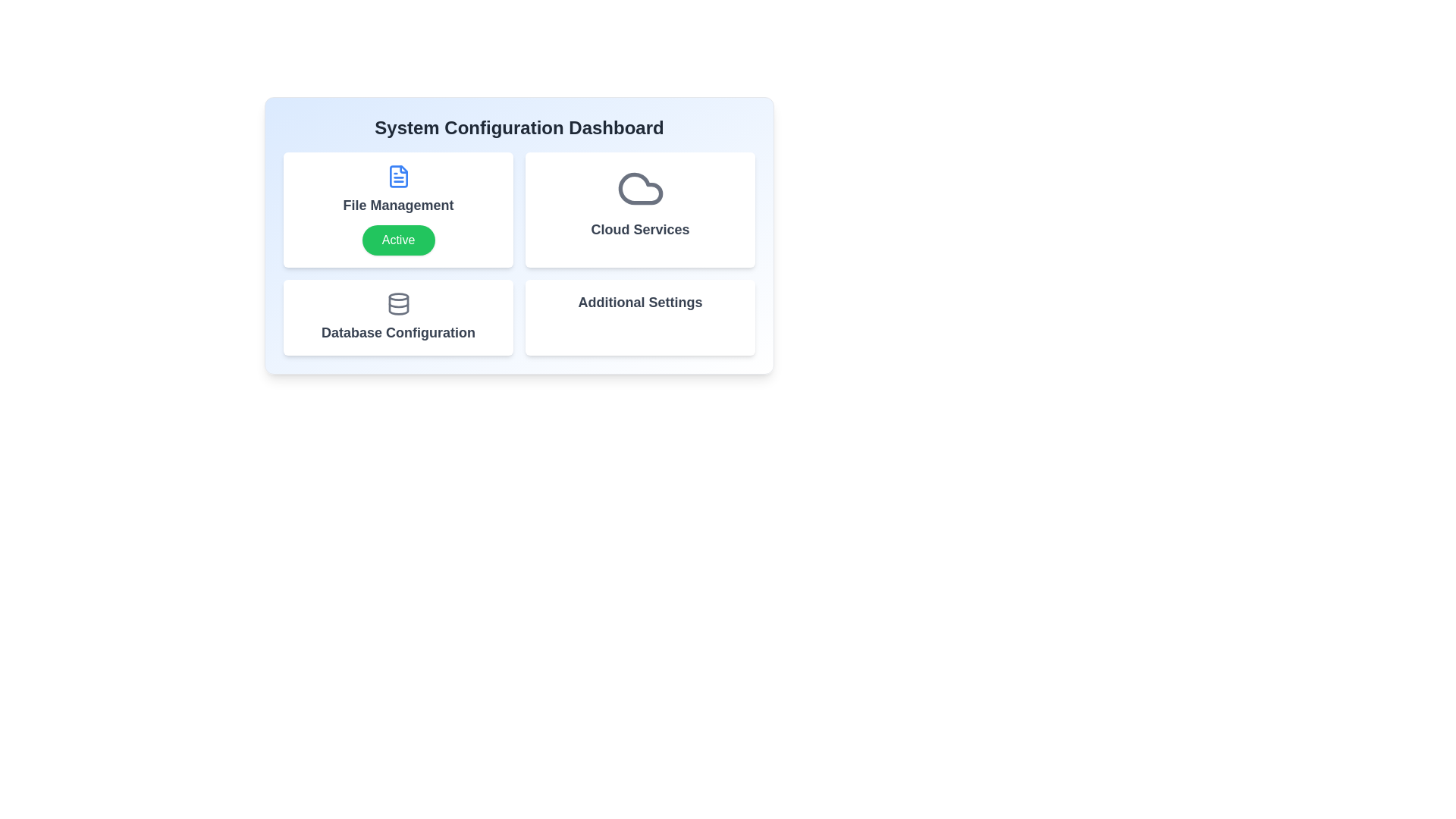 The image size is (1456, 819). I want to click on the decorative graphical component that represents the top lid of the database icon, located in the lower-left quadrant of the interface, so click(398, 297).